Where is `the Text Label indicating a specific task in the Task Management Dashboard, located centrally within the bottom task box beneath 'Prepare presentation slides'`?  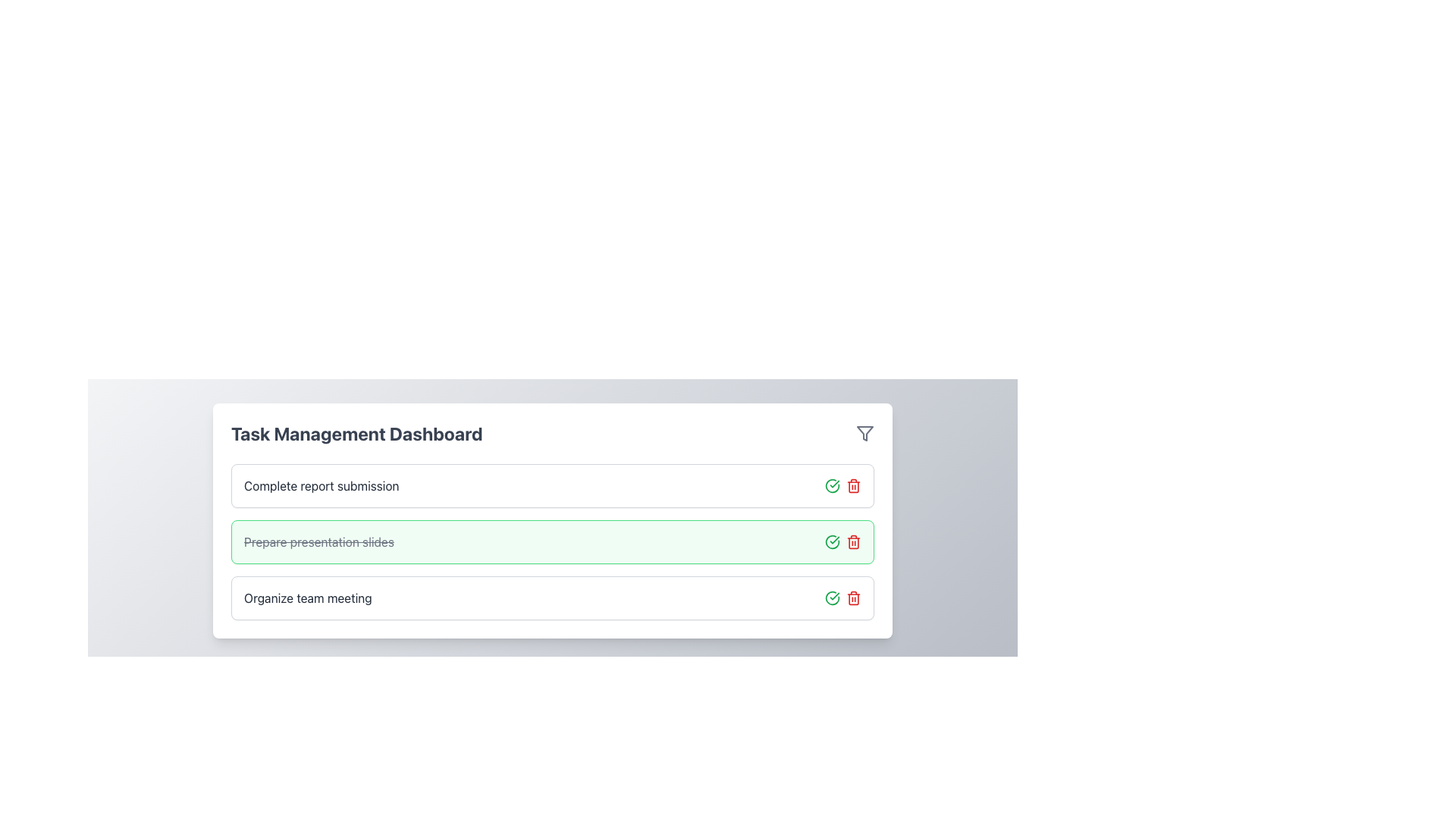
the Text Label indicating a specific task in the Task Management Dashboard, located centrally within the bottom task box beneath 'Prepare presentation slides' is located at coordinates (307, 598).